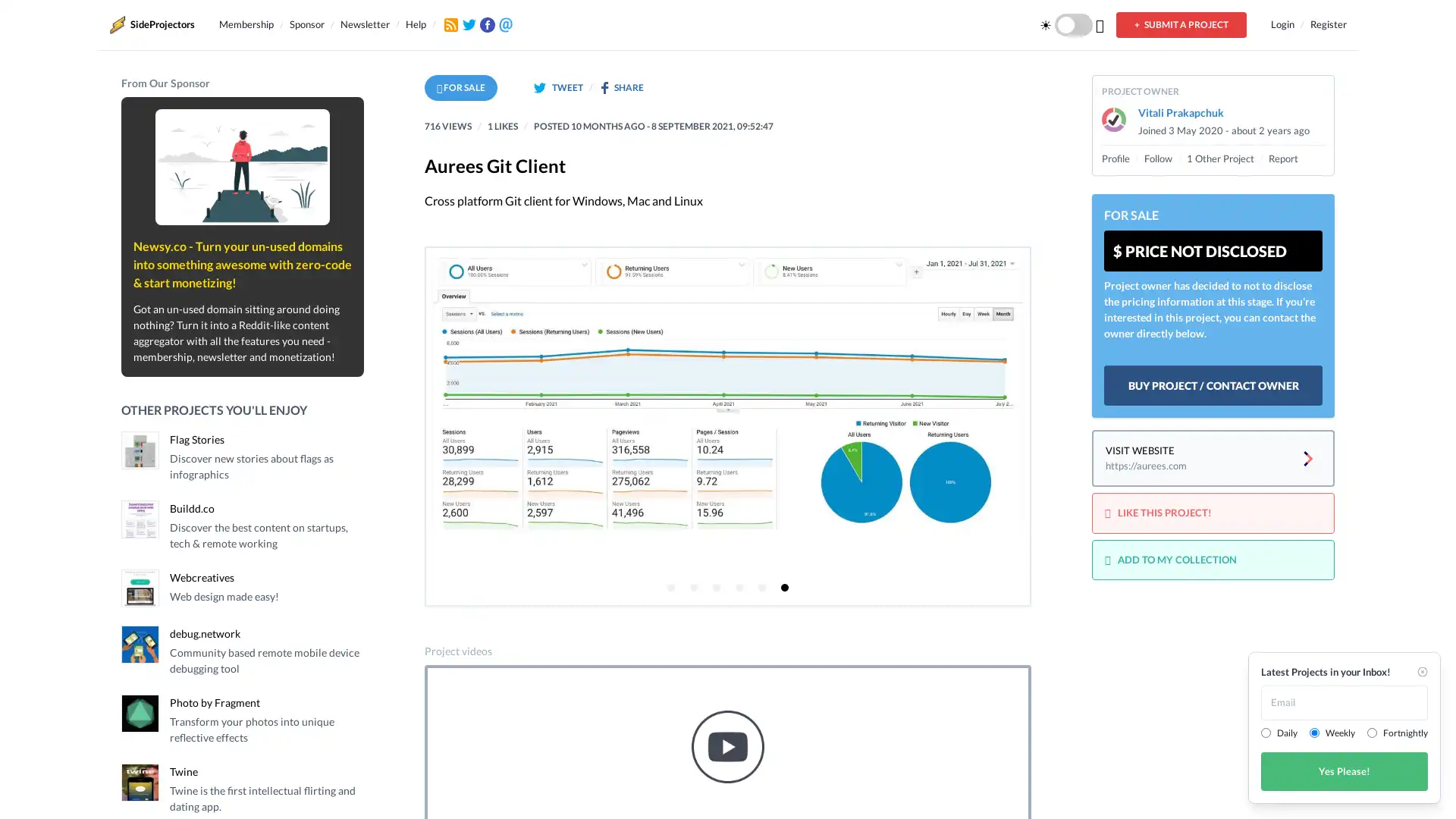  Describe the element at coordinates (1212, 559) in the screenshot. I see `ADD TO MY COLLECTION` at that location.